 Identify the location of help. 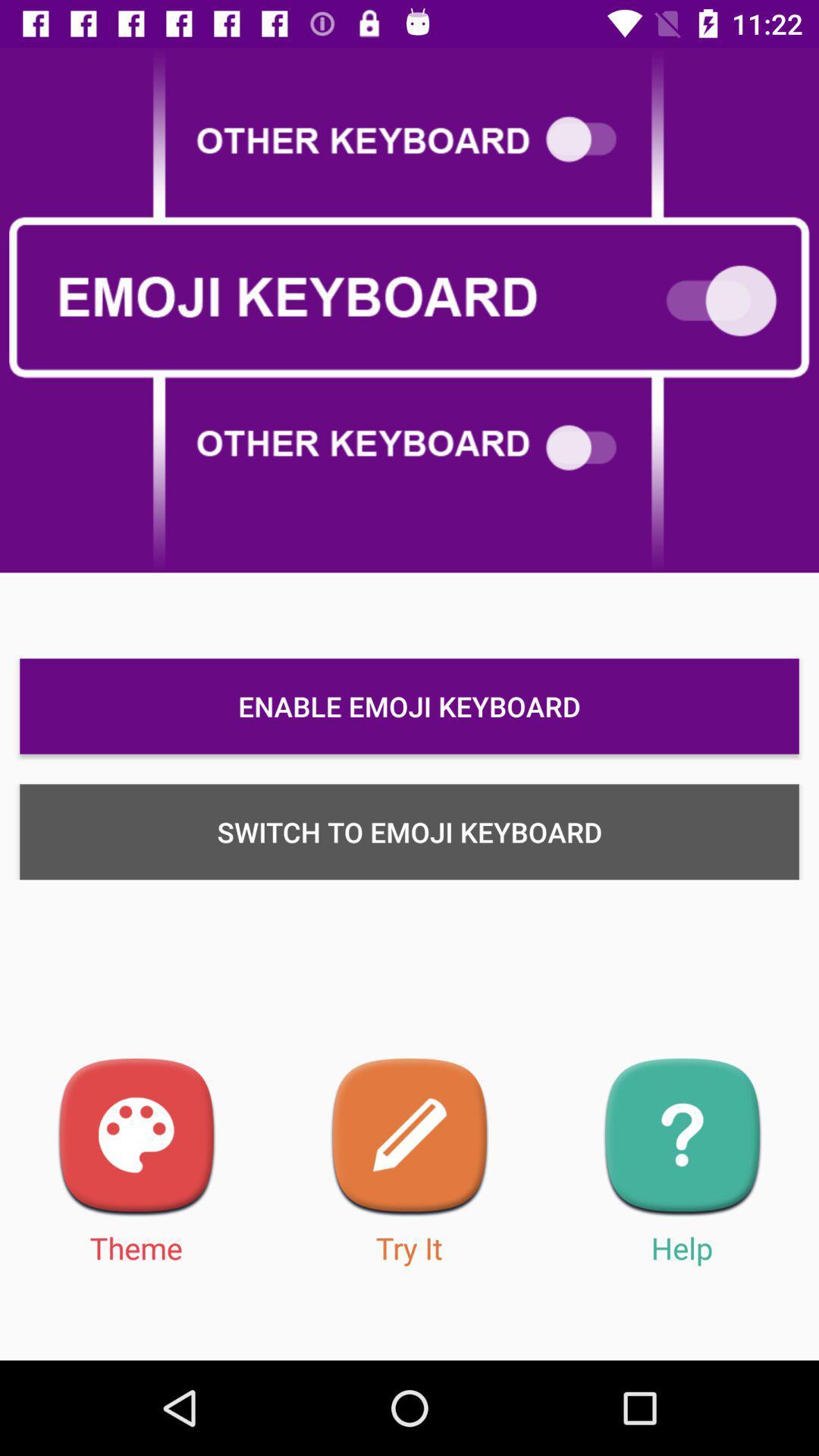
(681, 1137).